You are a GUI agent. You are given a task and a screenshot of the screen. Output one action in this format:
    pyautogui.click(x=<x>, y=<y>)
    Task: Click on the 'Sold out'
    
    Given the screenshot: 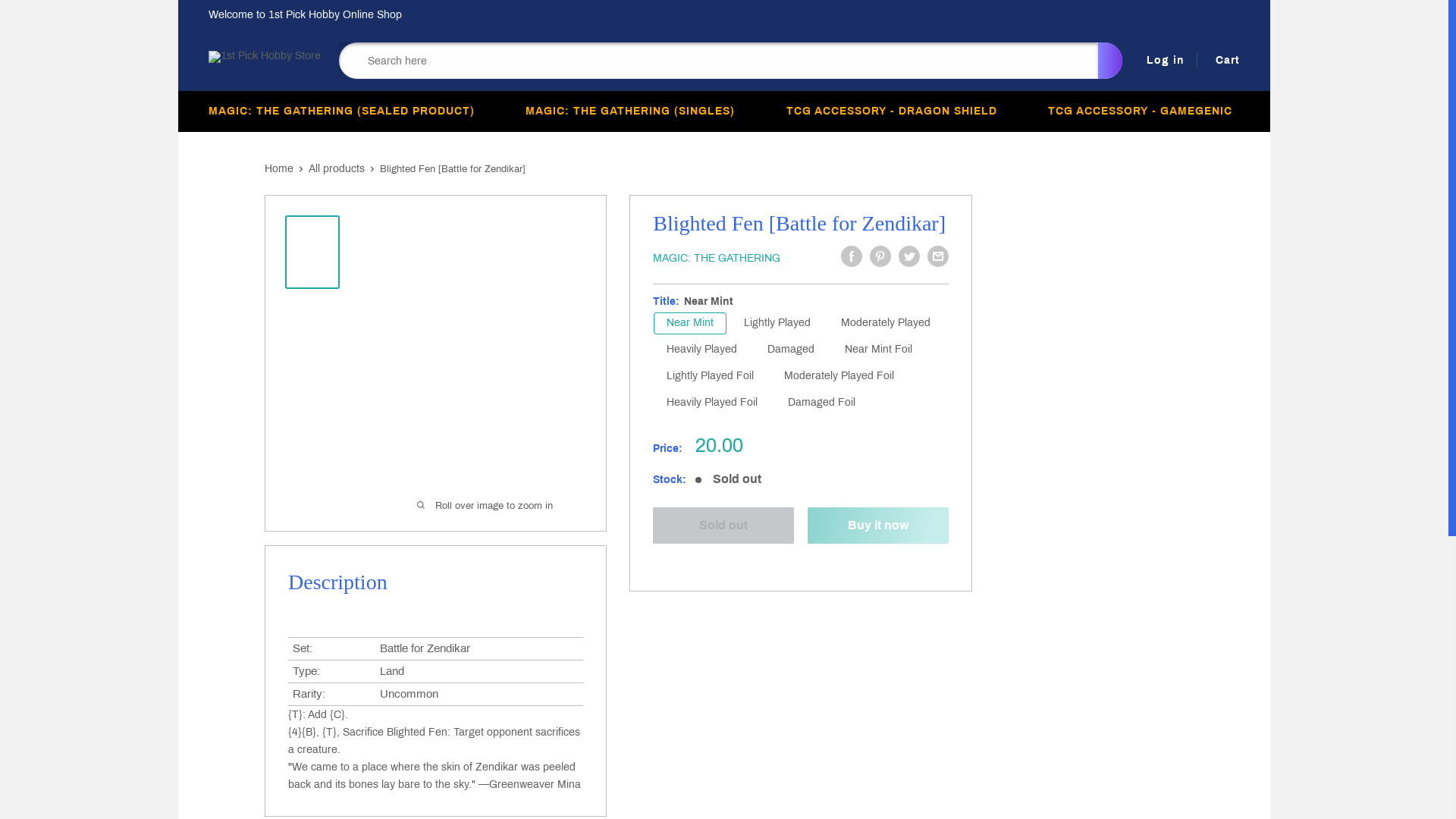 What is the action you would take?
    pyautogui.click(x=723, y=525)
    